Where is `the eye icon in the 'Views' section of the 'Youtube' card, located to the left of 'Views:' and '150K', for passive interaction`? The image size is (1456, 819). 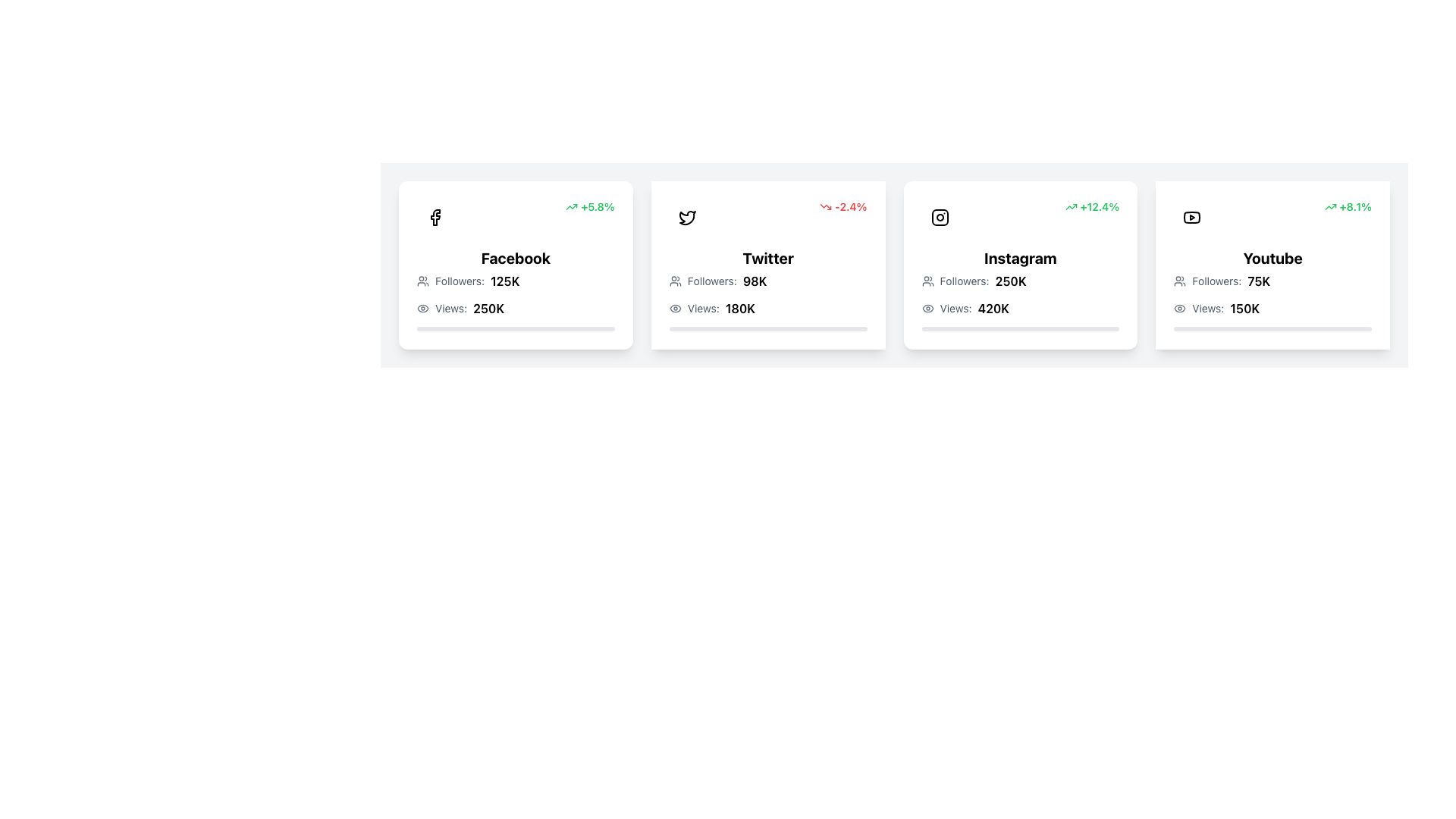
the eye icon in the 'Views' section of the 'Youtube' card, located to the left of 'Views:' and '150K', for passive interaction is located at coordinates (1179, 308).